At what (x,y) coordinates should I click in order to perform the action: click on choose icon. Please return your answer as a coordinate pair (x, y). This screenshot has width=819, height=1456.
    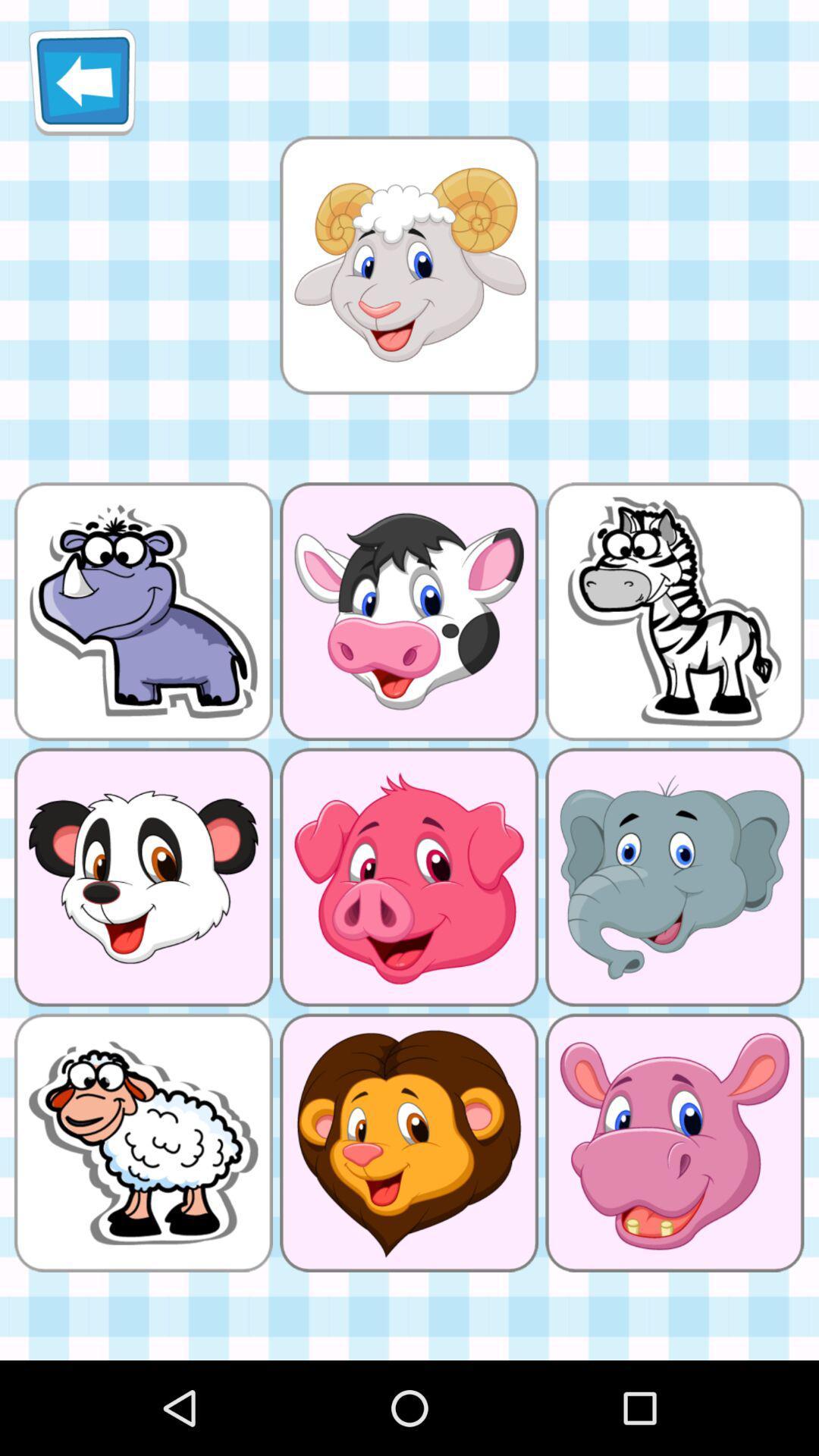
    Looking at the image, I should click on (408, 265).